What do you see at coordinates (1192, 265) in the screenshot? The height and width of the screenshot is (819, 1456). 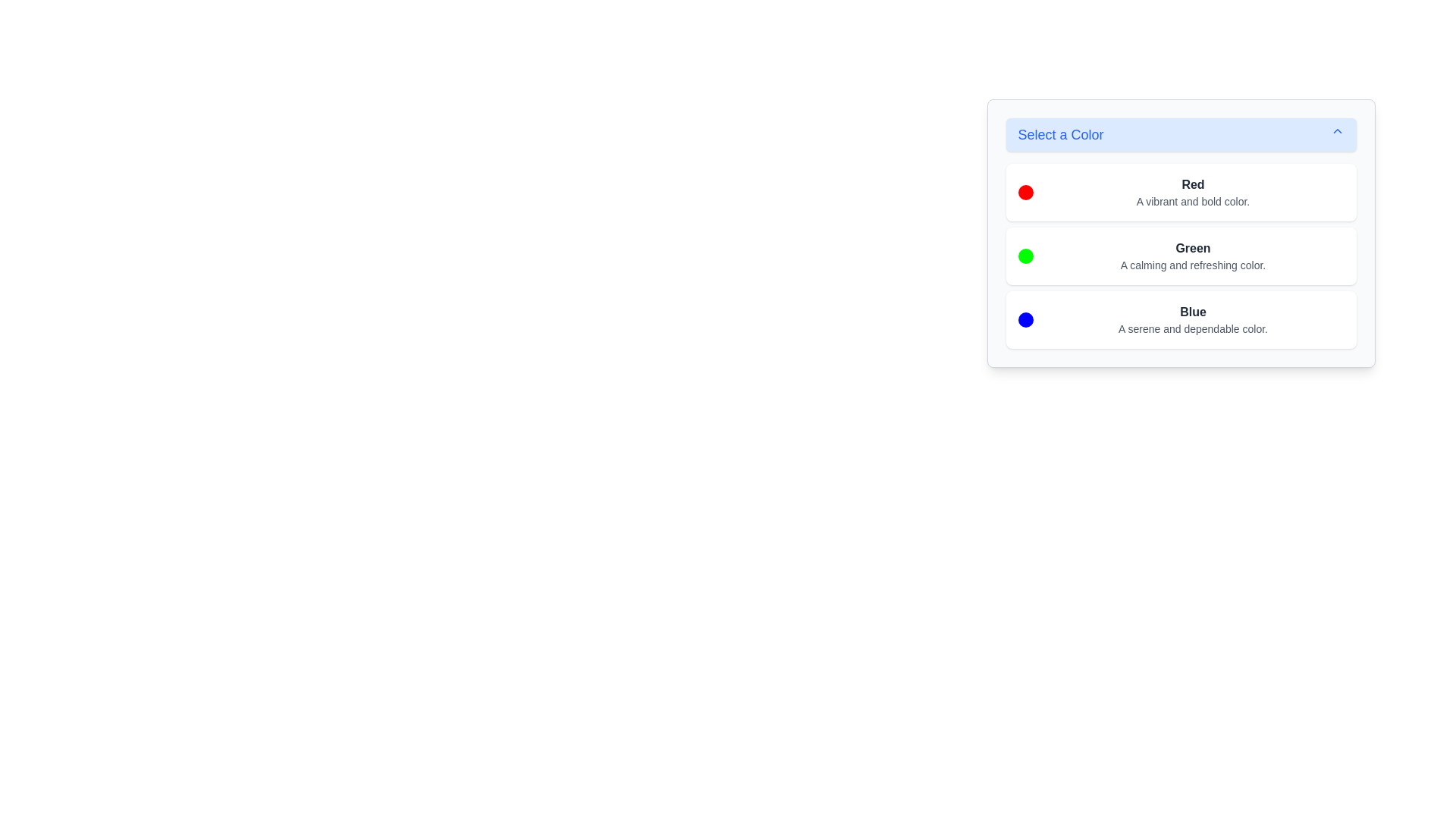 I see `the descriptive text element located below the 'Green' text, which provides additional information about the green color selection` at bounding box center [1192, 265].